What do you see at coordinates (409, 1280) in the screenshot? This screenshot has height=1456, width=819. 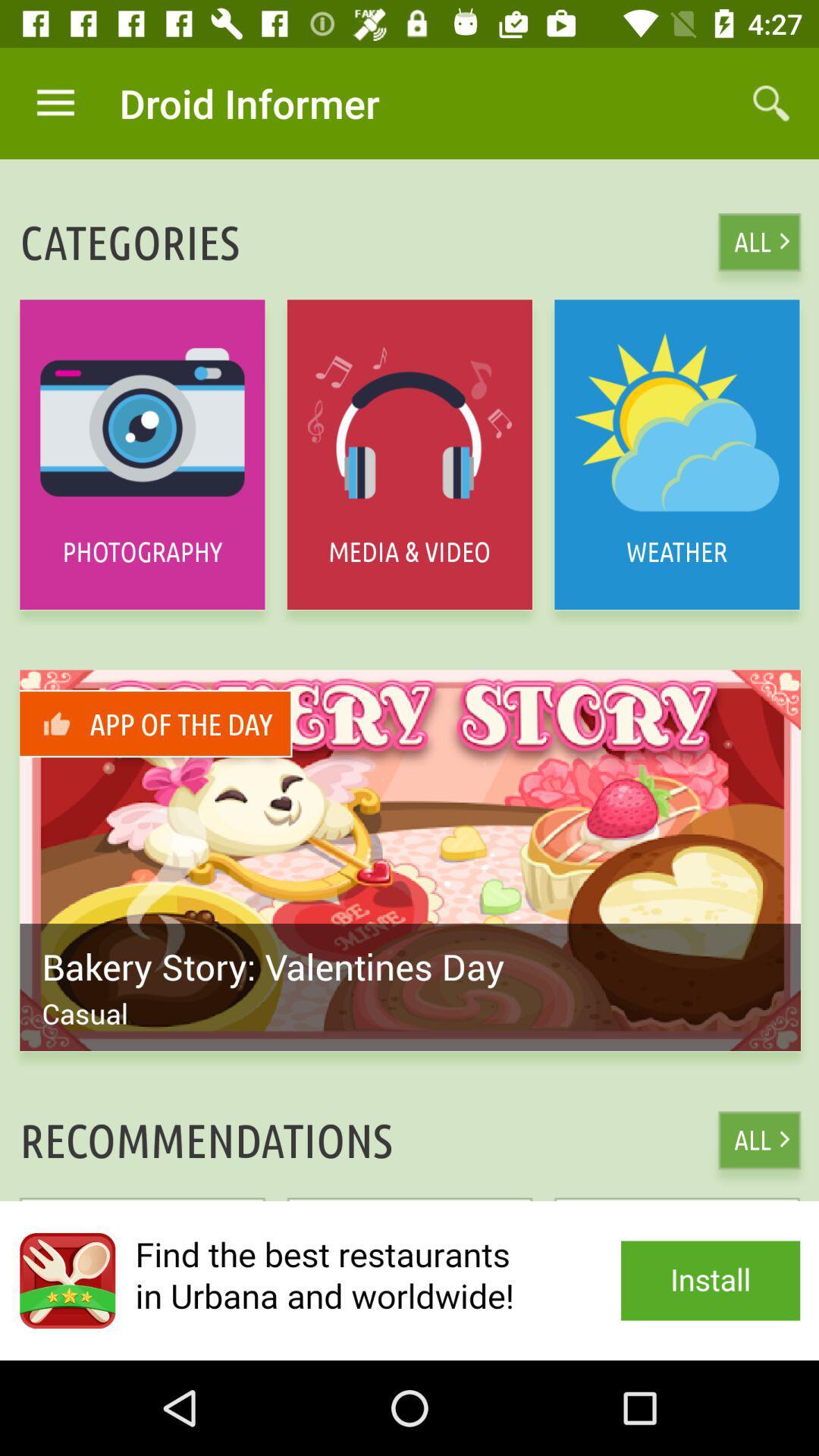 I see `advertisement` at bounding box center [409, 1280].